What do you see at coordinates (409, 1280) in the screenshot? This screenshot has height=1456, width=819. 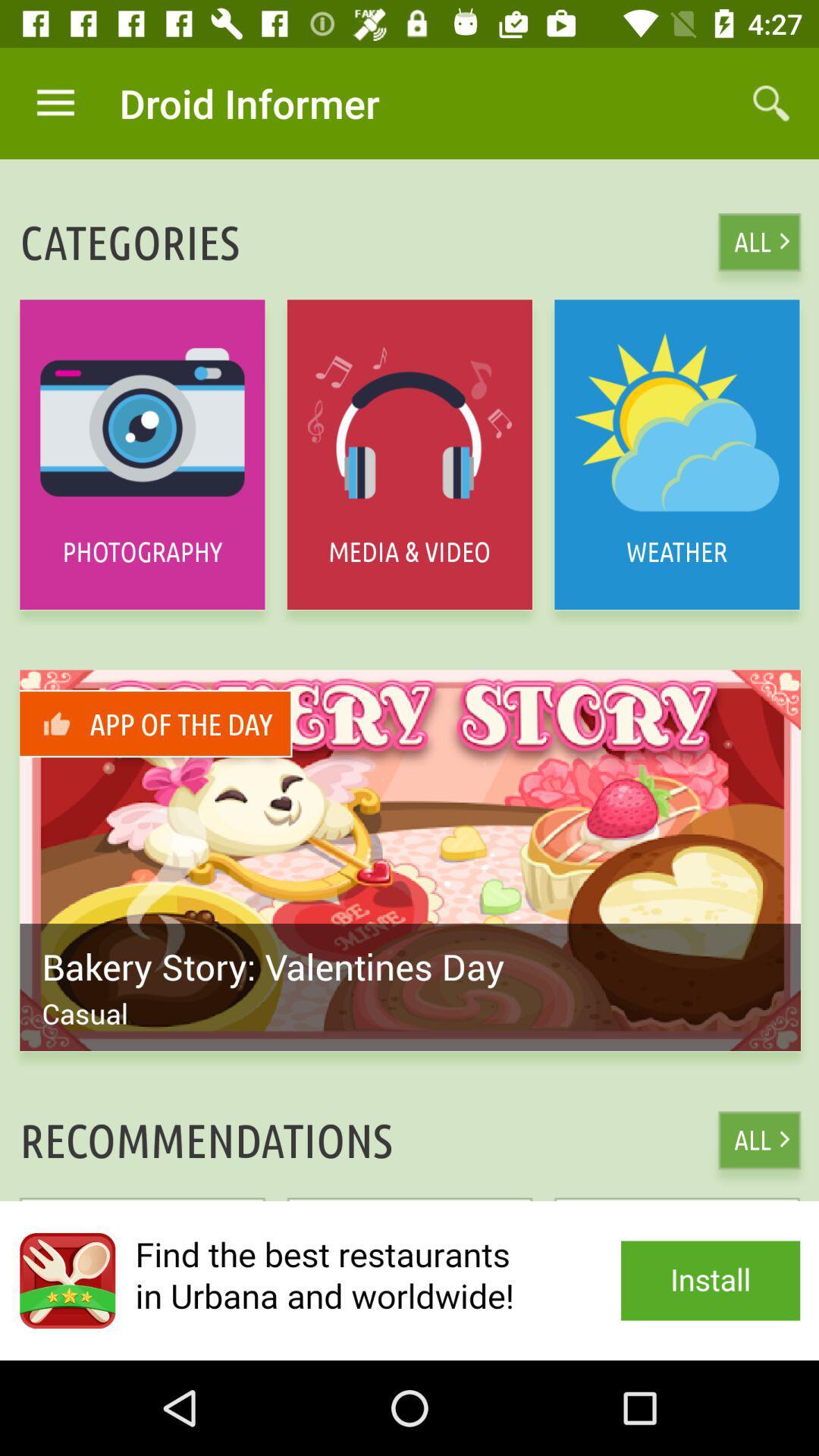 I see `advertisement` at bounding box center [409, 1280].